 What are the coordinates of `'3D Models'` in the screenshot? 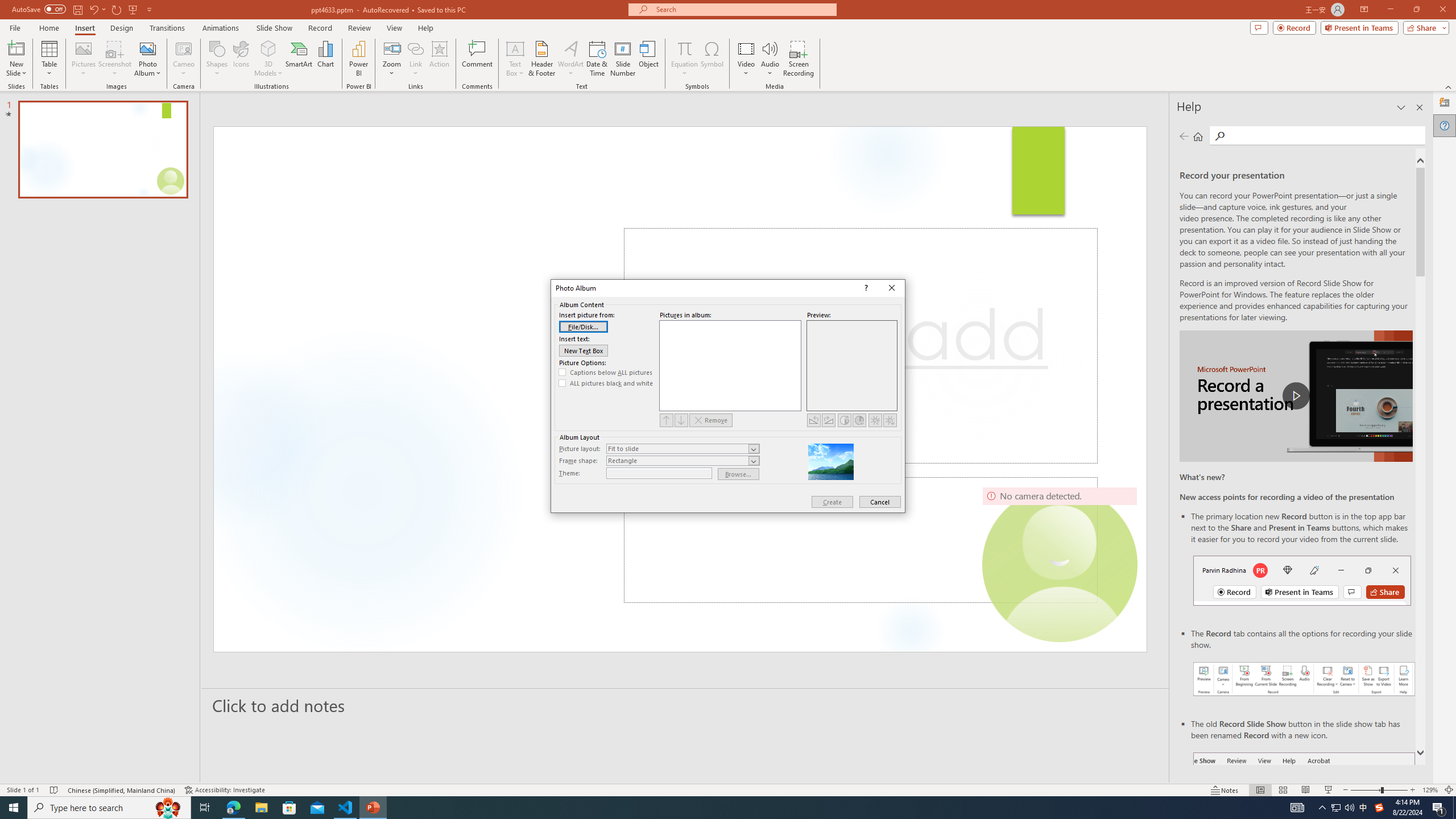 It's located at (268, 48).